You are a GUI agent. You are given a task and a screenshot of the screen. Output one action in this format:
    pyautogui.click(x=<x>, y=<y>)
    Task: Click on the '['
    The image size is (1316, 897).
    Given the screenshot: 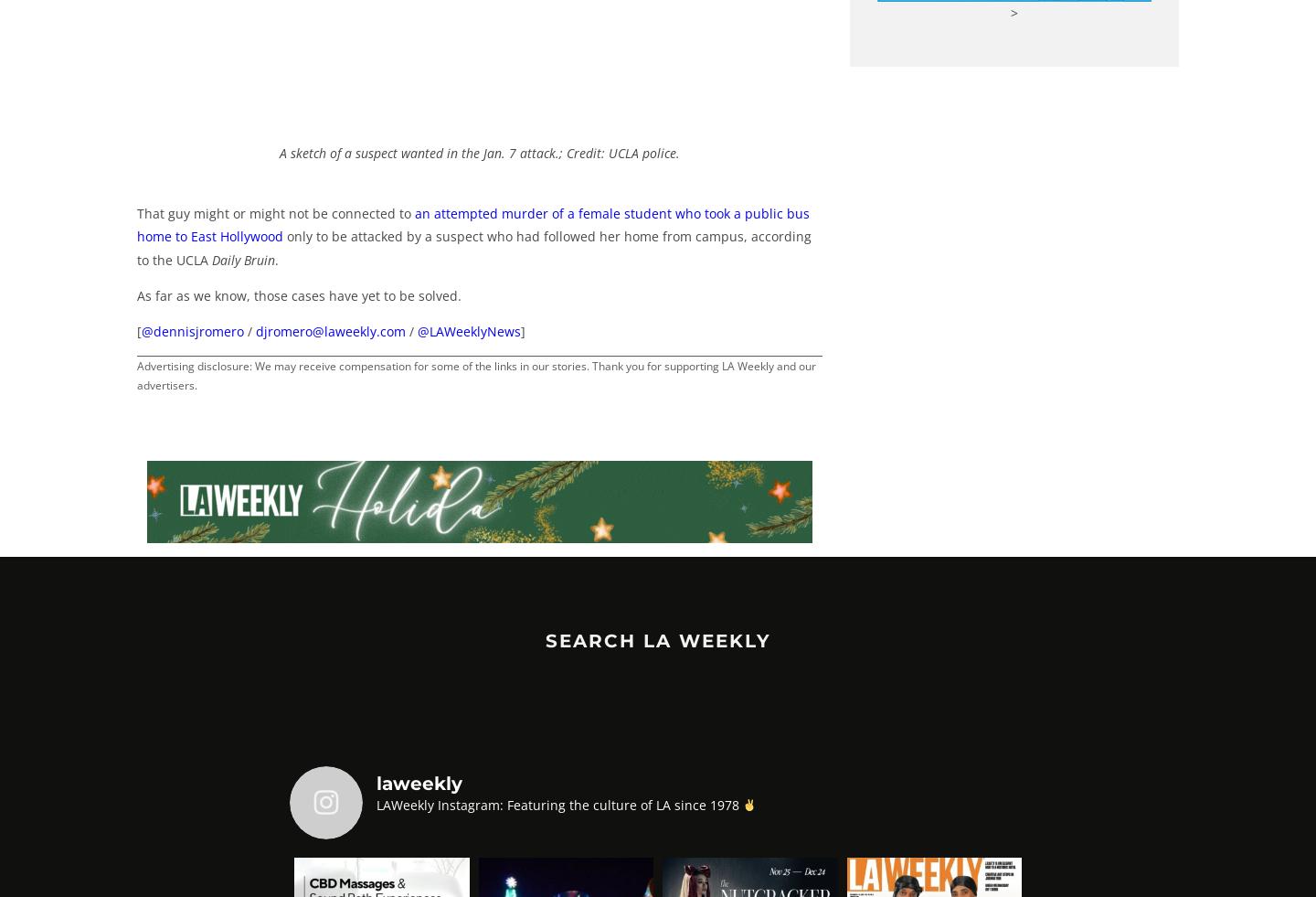 What is the action you would take?
    pyautogui.click(x=138, y=330)
    